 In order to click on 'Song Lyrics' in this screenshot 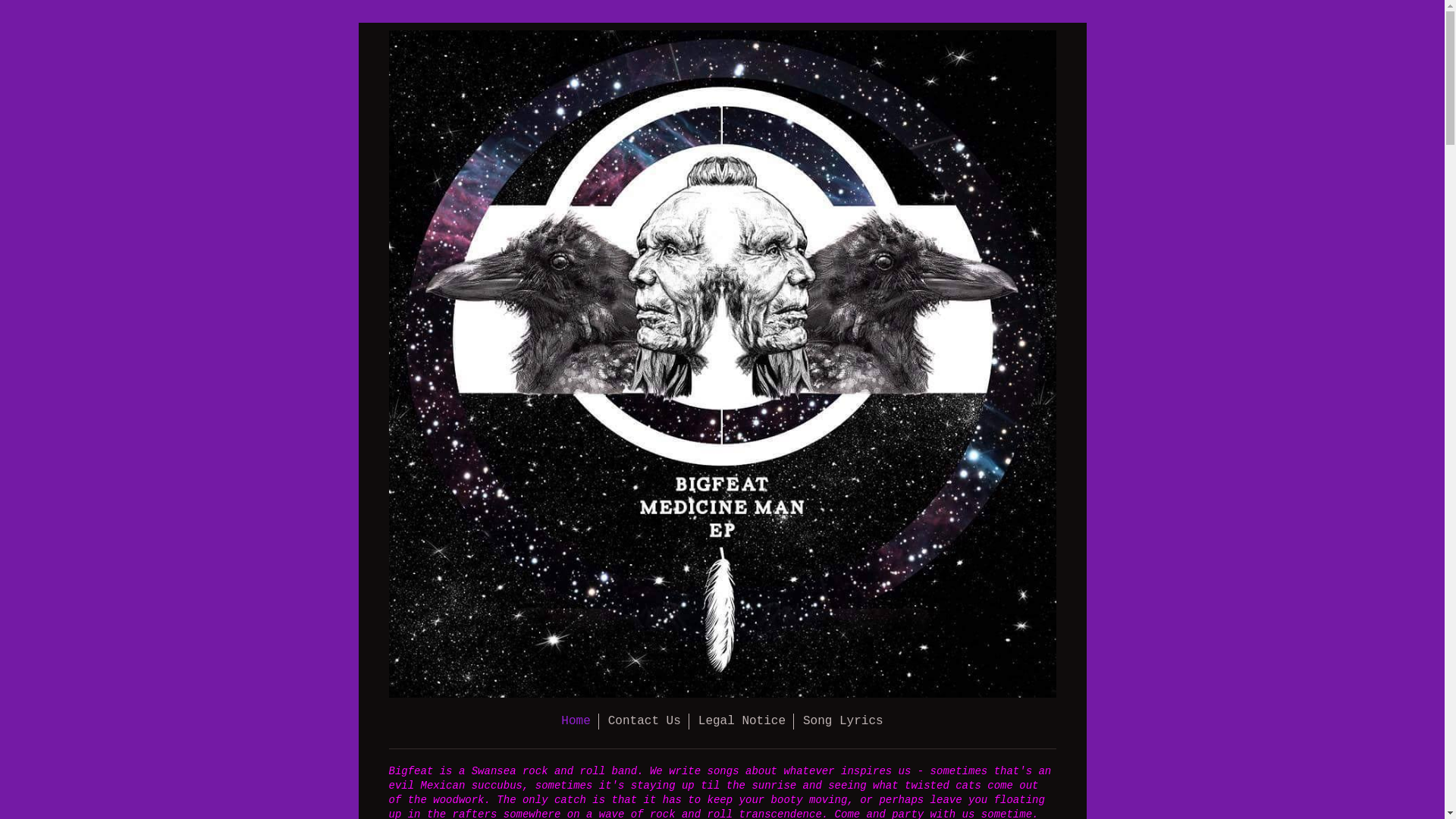, I will do `click(843, 720)`.